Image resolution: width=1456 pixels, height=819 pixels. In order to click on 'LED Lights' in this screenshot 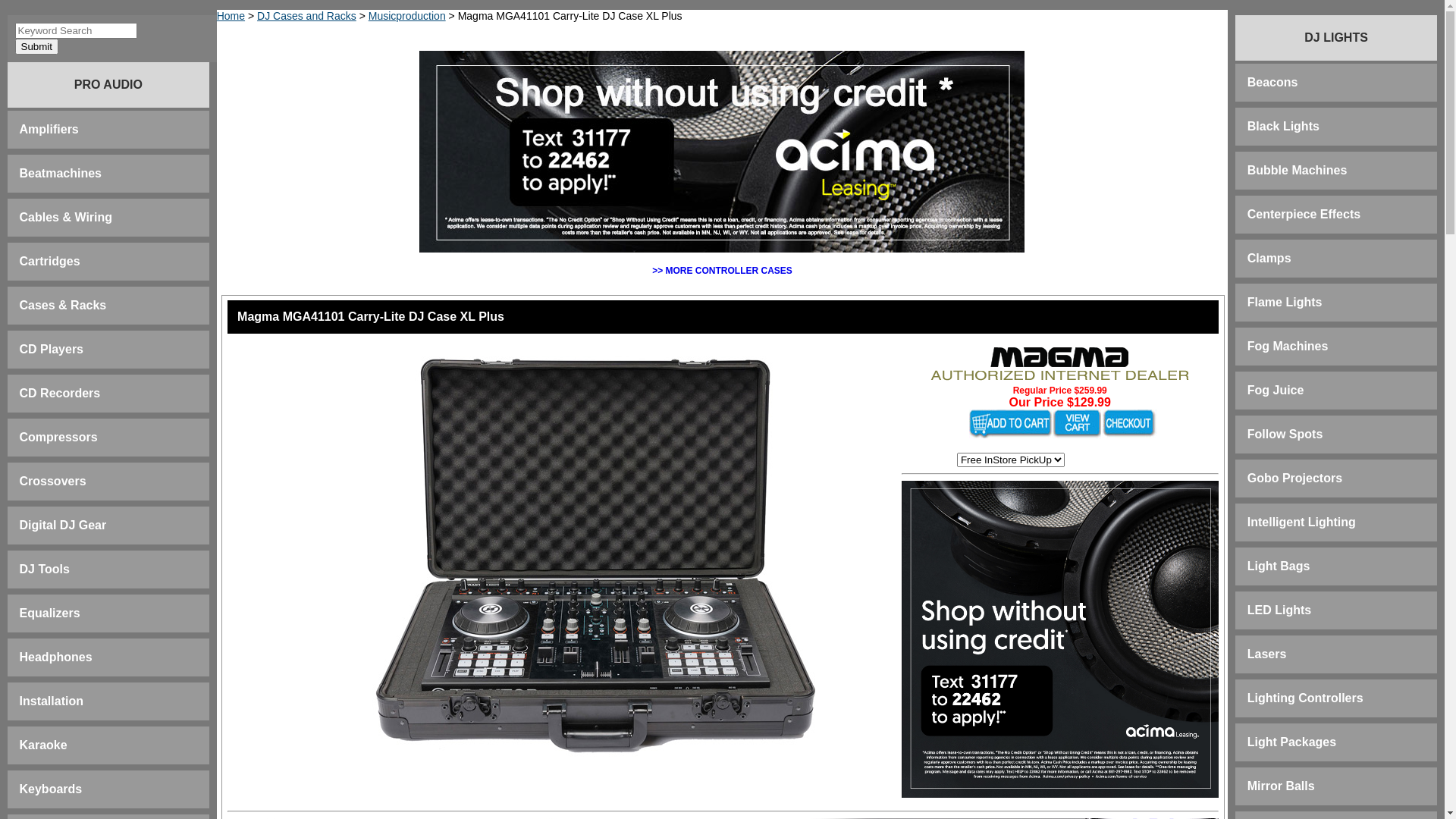, I will do `click(1247, 609)`.